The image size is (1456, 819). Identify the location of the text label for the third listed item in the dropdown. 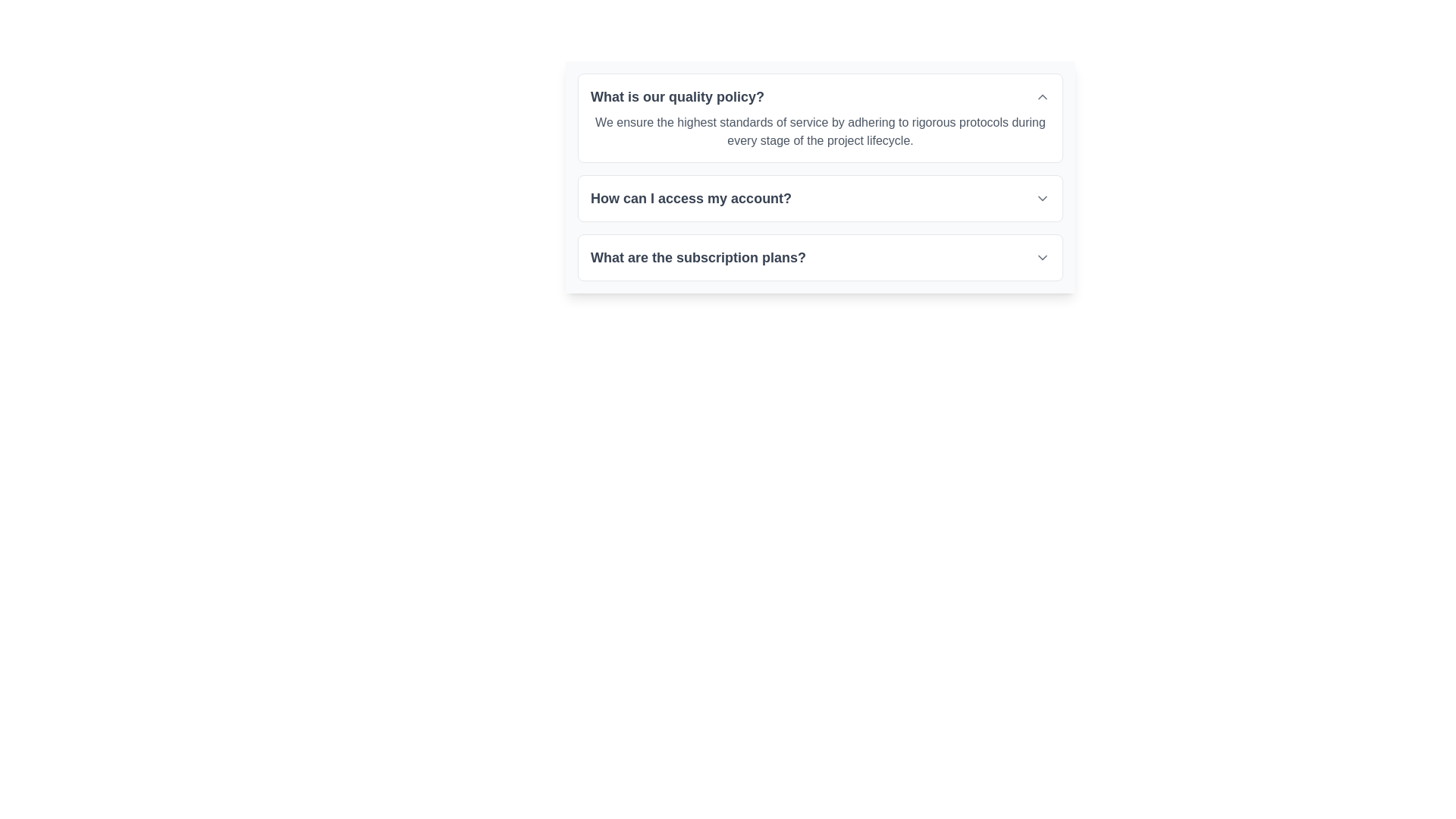
(698, 256).